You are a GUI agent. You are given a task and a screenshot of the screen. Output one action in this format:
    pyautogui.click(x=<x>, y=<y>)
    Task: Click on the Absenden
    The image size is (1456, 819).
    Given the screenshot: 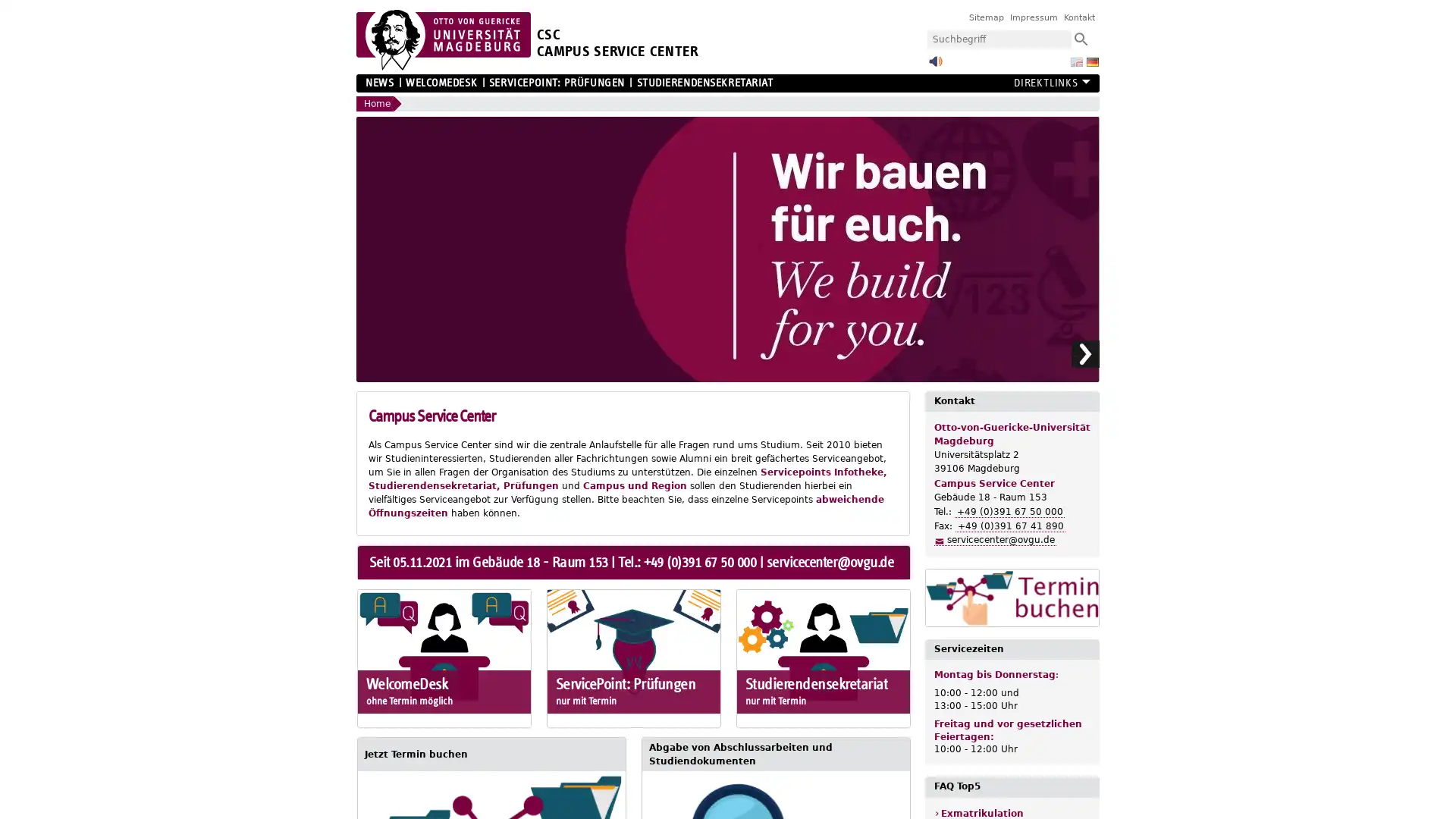 What is the action you would take?
    pyautogui.click(x=1080, y=38)
    